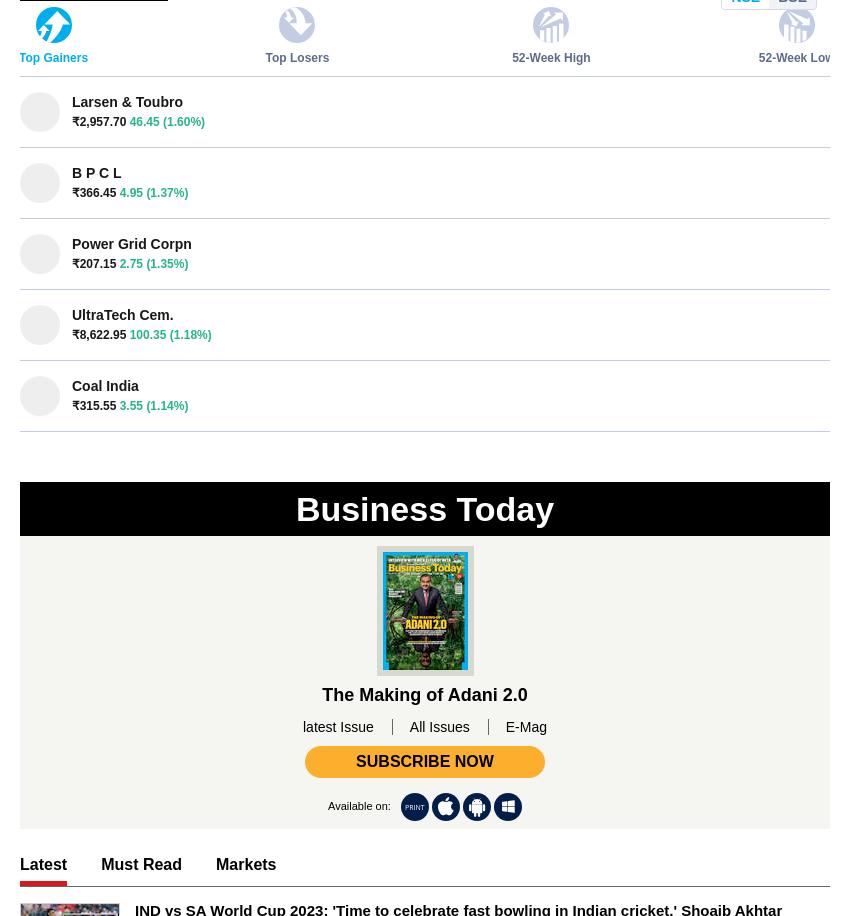 This screenshot has width=850, height=916. What do you see at coordinates (358, 805) in the screenshot?
I see `'Available on:'` at bounding box center [358, 805].